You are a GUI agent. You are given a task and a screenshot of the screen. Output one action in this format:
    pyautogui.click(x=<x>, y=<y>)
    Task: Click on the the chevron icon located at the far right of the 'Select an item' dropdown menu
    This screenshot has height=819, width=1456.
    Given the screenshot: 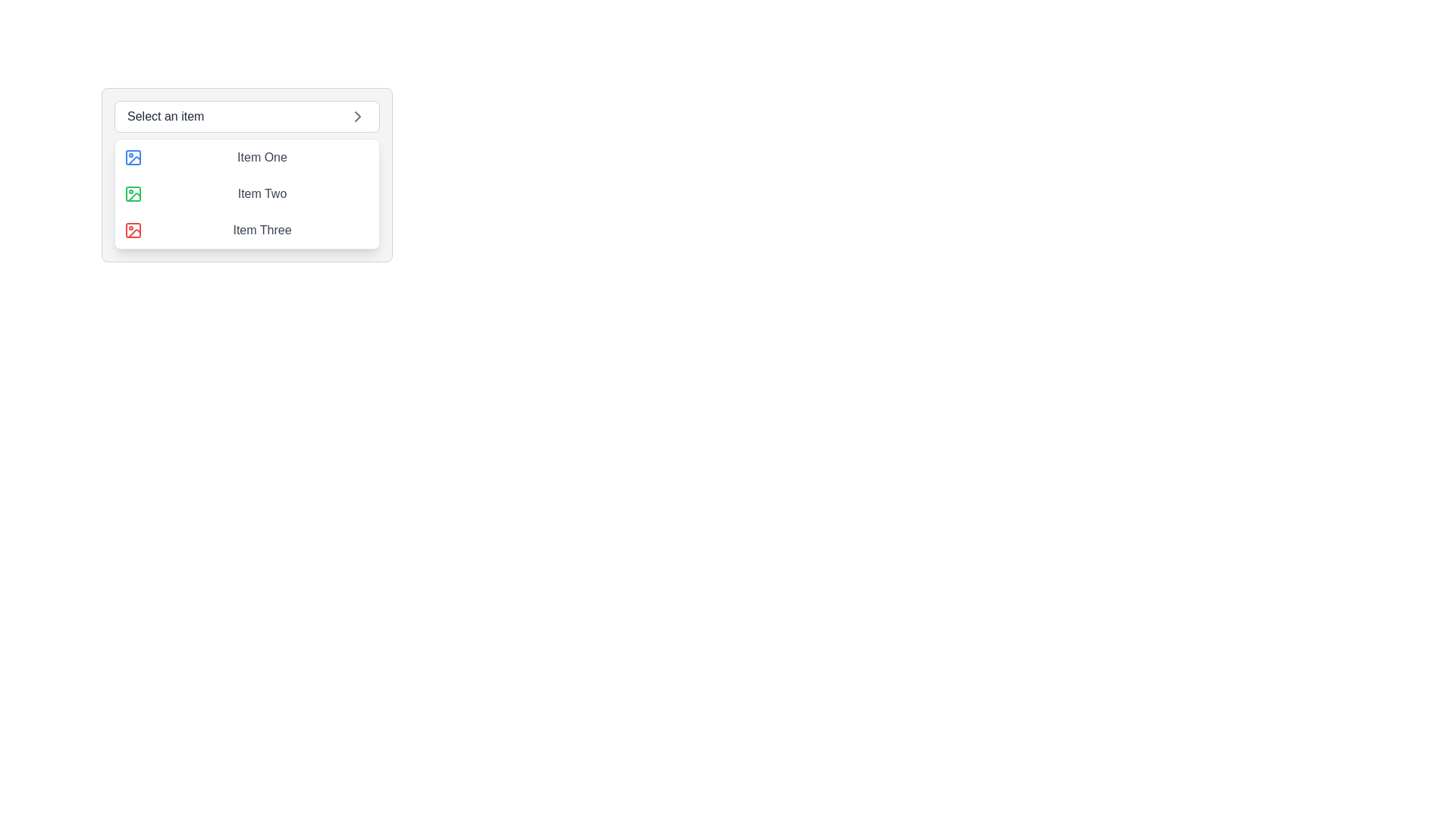 What is the action you would take?
    pyautogui.click(x=356, y=116)
    